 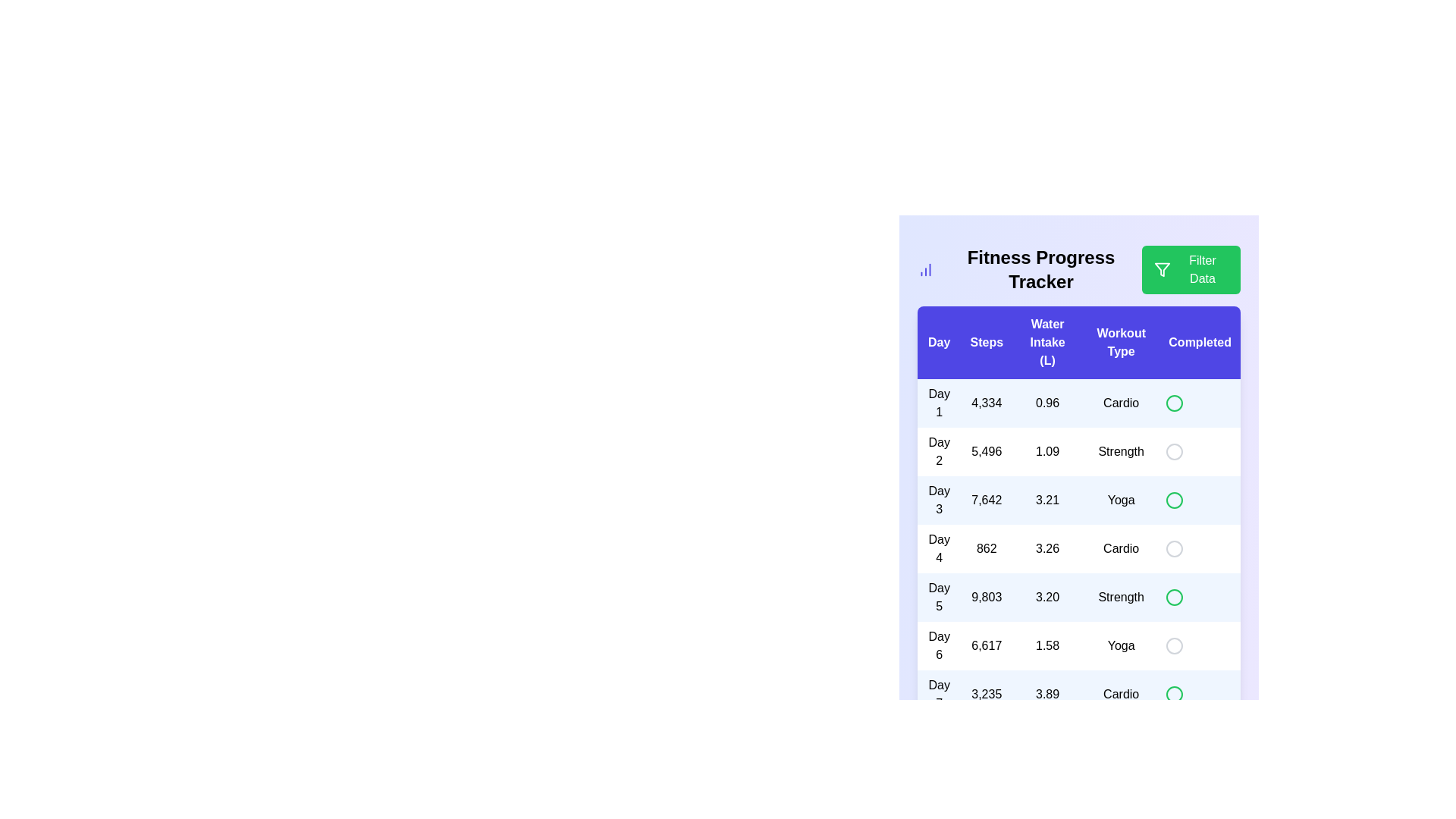 I want to click on the header of the column 'Day' to sort the table by that column, so click(x=938, y=342).